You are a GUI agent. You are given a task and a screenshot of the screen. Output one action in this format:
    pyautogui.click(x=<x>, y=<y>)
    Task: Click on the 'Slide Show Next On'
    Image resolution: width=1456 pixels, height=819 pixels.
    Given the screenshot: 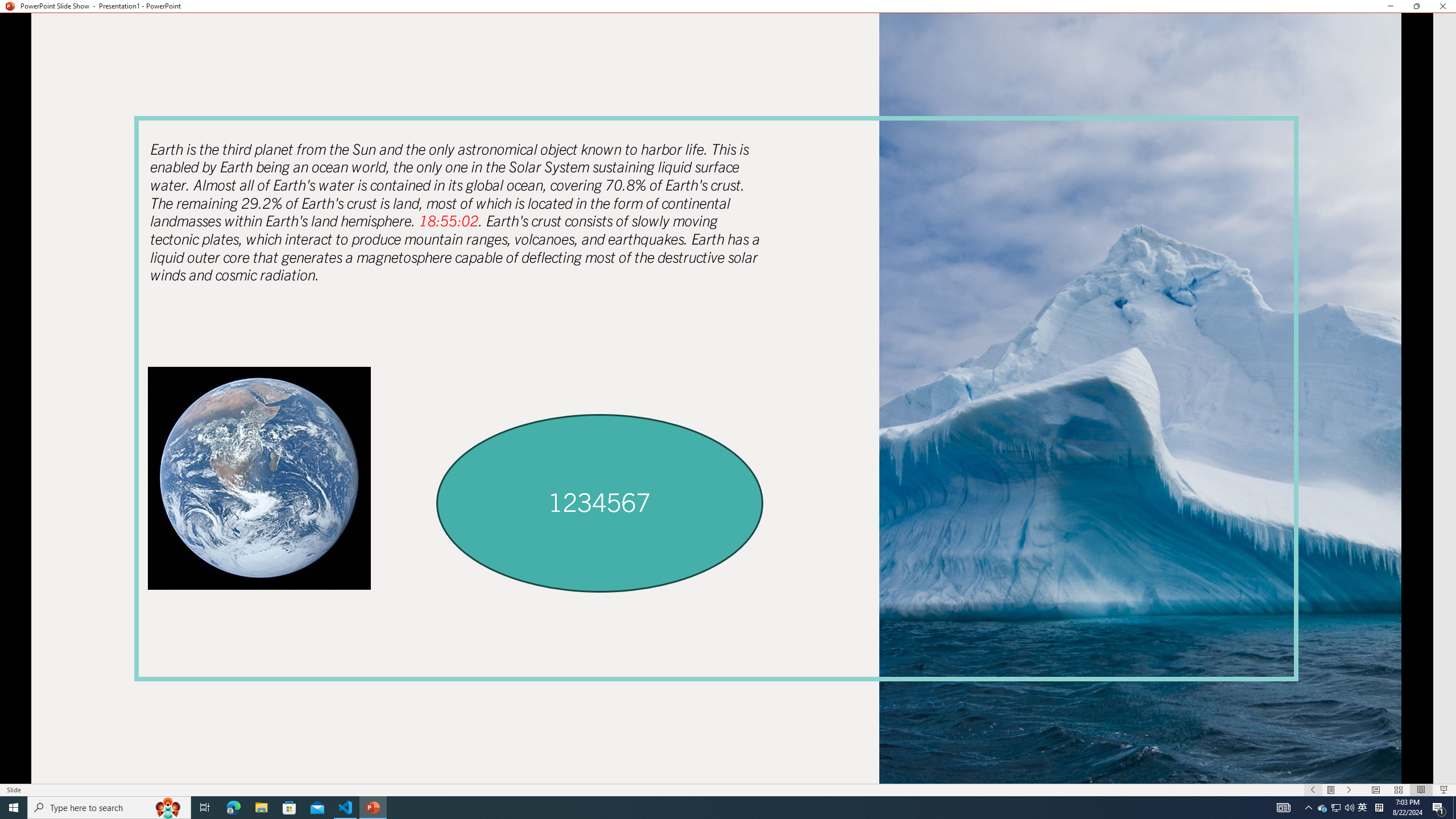 What is the action you would take?
    pyautogui.click(x=1349, y=790)
    